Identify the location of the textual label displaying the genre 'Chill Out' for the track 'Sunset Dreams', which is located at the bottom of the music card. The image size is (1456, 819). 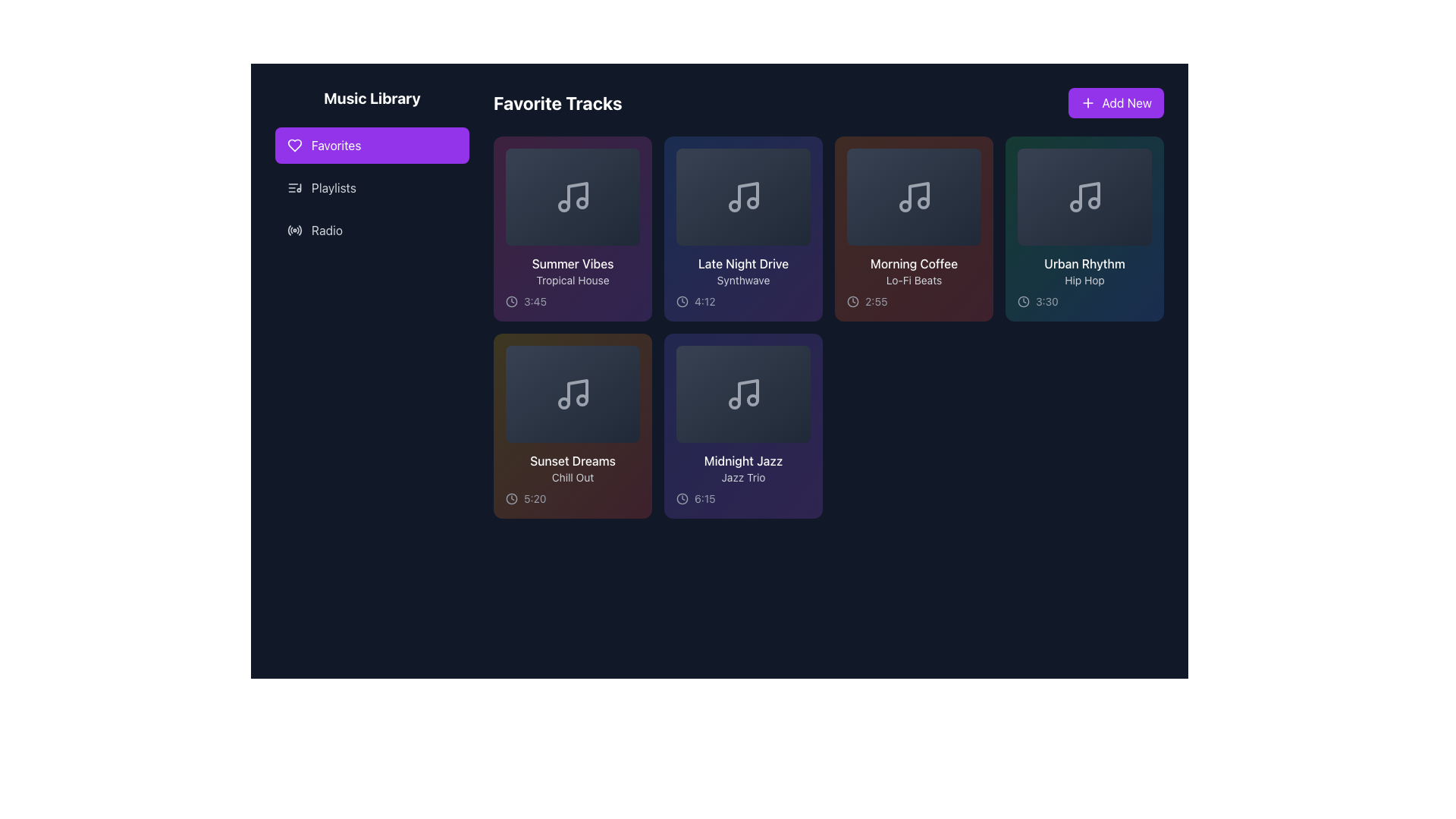
(572, 476).